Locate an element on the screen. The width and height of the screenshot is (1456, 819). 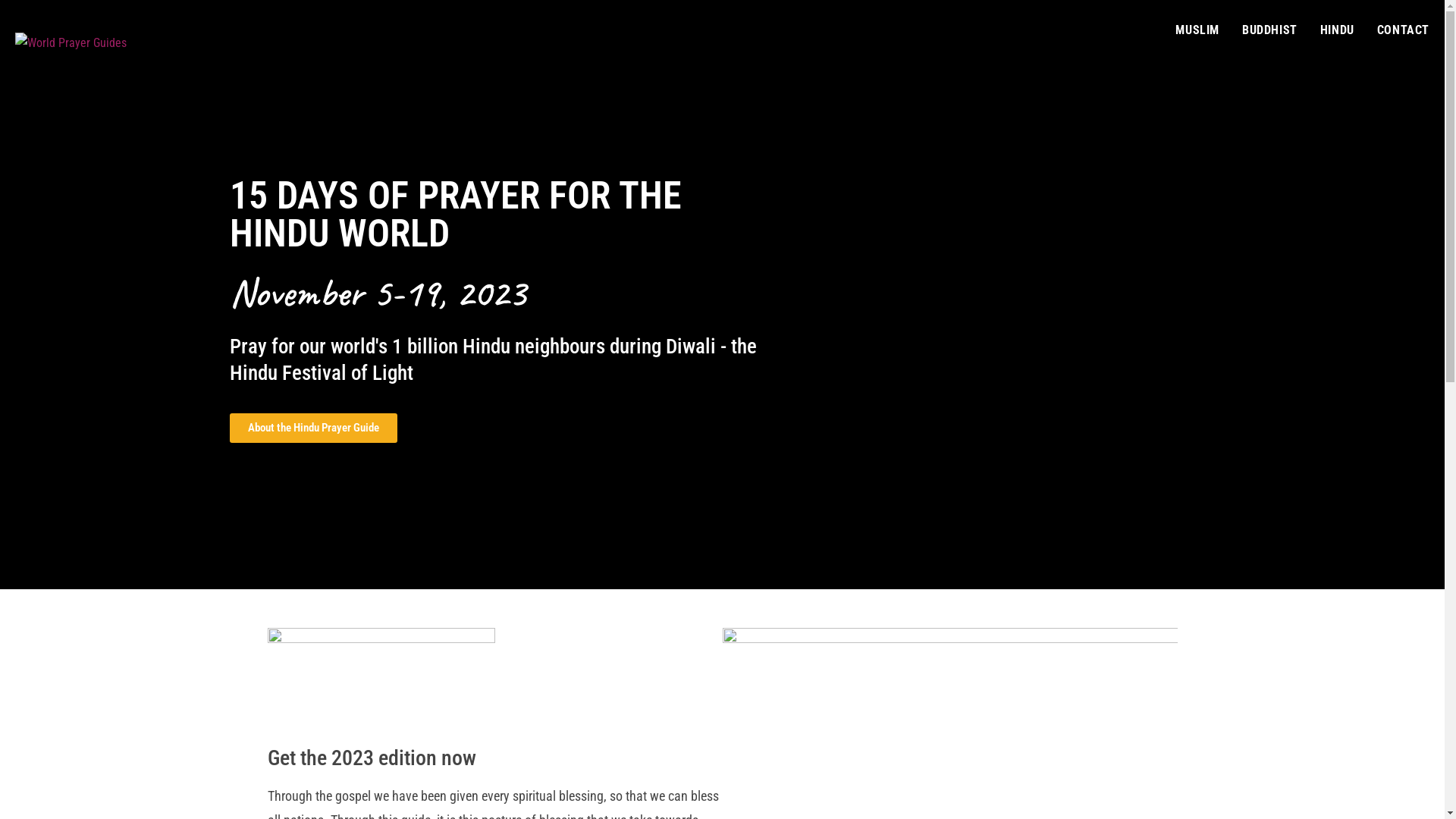
'CONTACT' is located at coordinates (1402, 30).